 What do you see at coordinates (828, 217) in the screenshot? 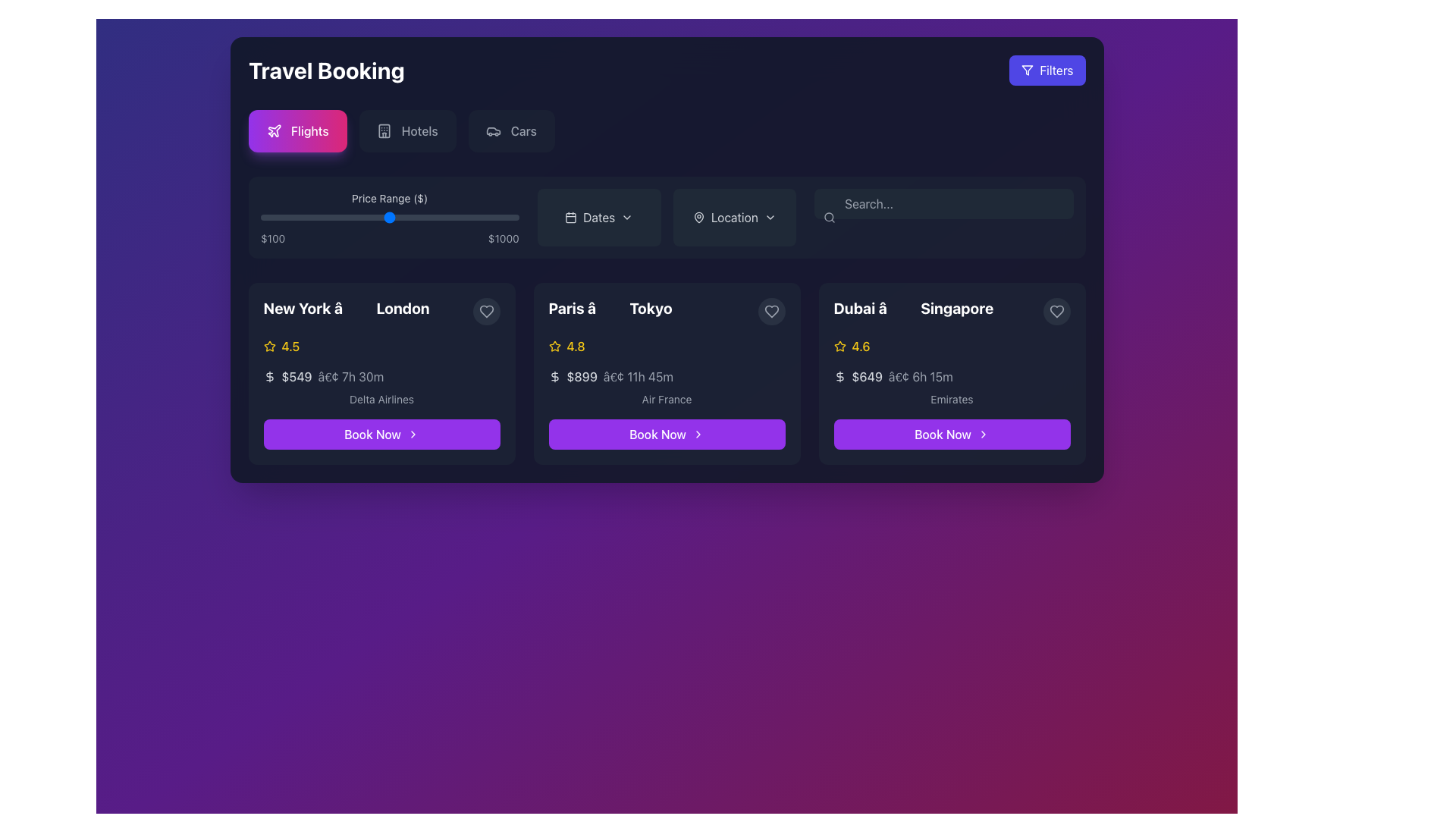
I see `the circular part of the search icon located near the search bar in the flight booking options panel` at bounding box center [828, 217].